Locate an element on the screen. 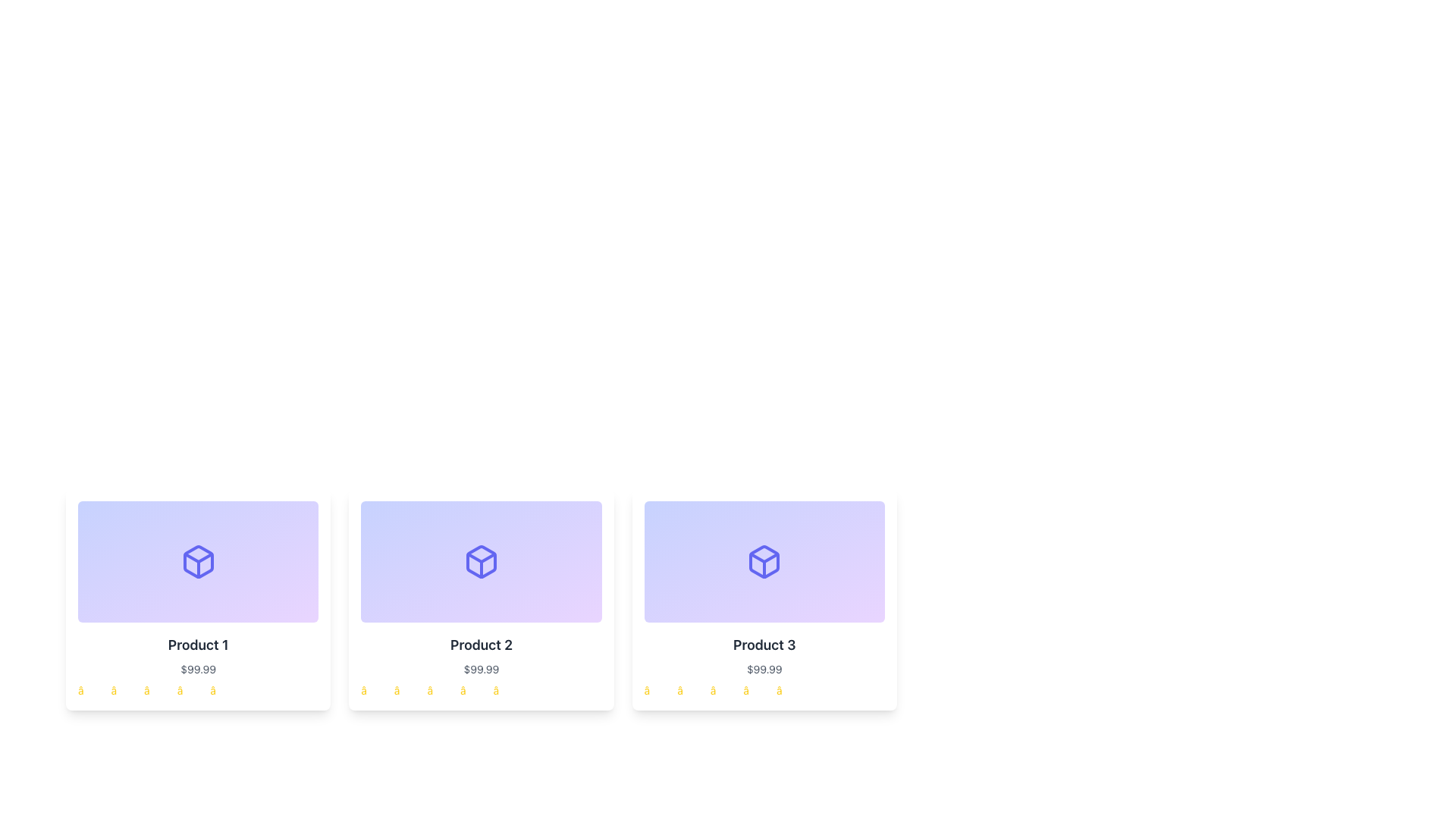  the text label displaying 'Product 3' within the third card of the horizontally aligned grid is located at coordinates (764, 645).